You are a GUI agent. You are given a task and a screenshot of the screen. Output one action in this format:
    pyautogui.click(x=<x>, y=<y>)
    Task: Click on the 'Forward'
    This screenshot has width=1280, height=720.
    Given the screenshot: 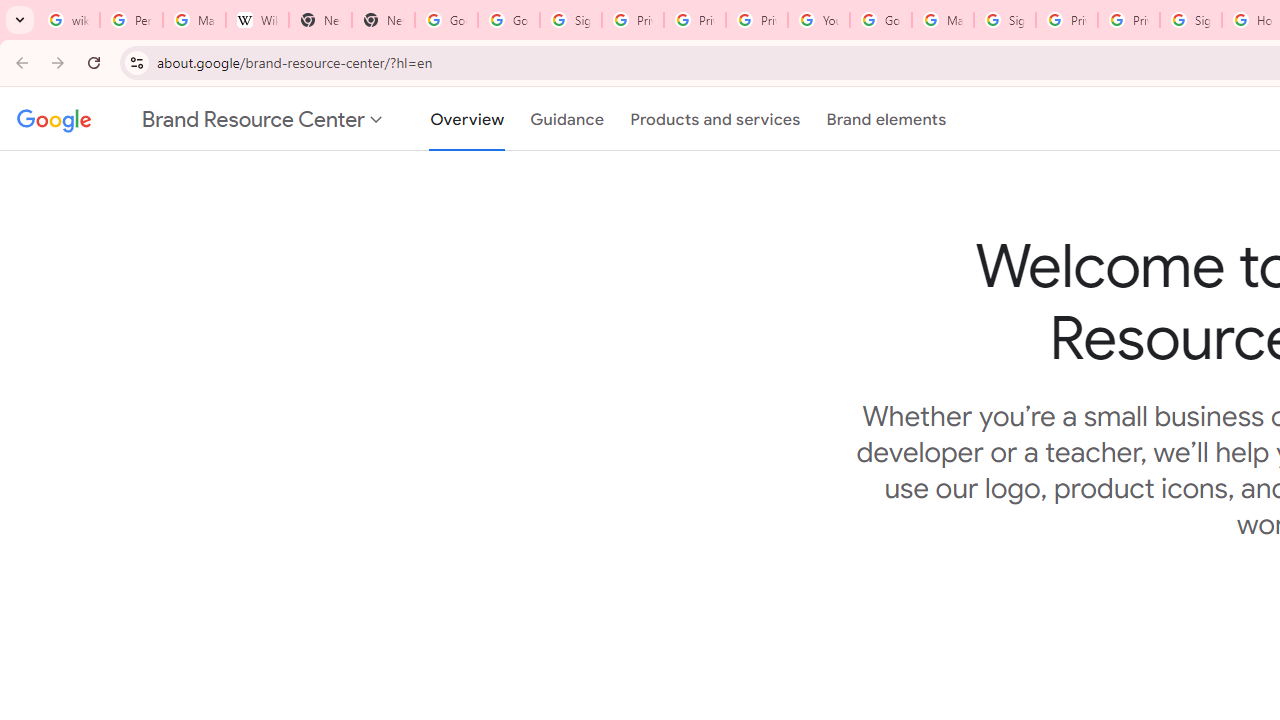 What is the action you would take?
    pyautogui.click(x=58, y=61)
    